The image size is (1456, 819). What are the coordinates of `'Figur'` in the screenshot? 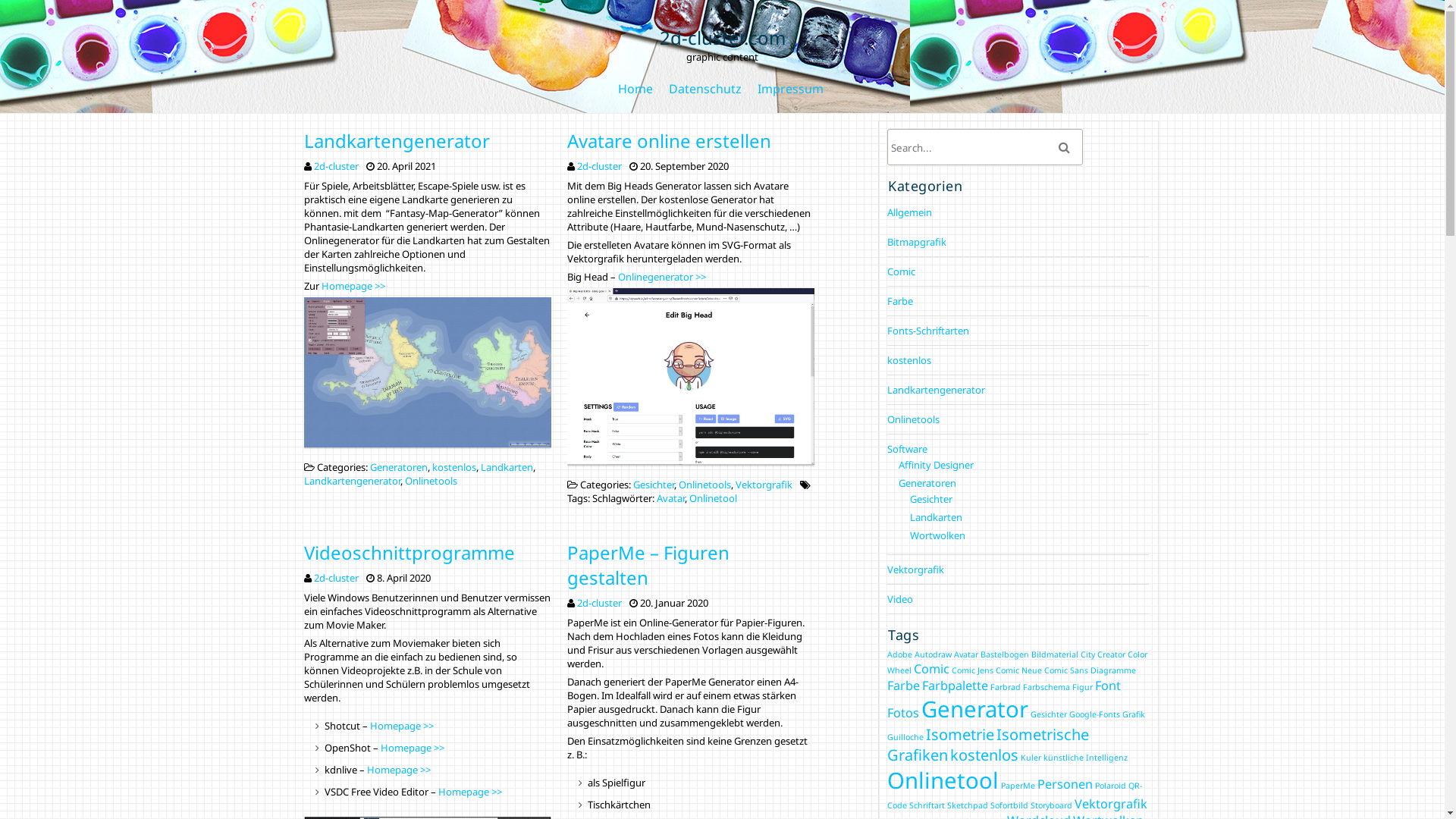 It's located at (1081, 687).